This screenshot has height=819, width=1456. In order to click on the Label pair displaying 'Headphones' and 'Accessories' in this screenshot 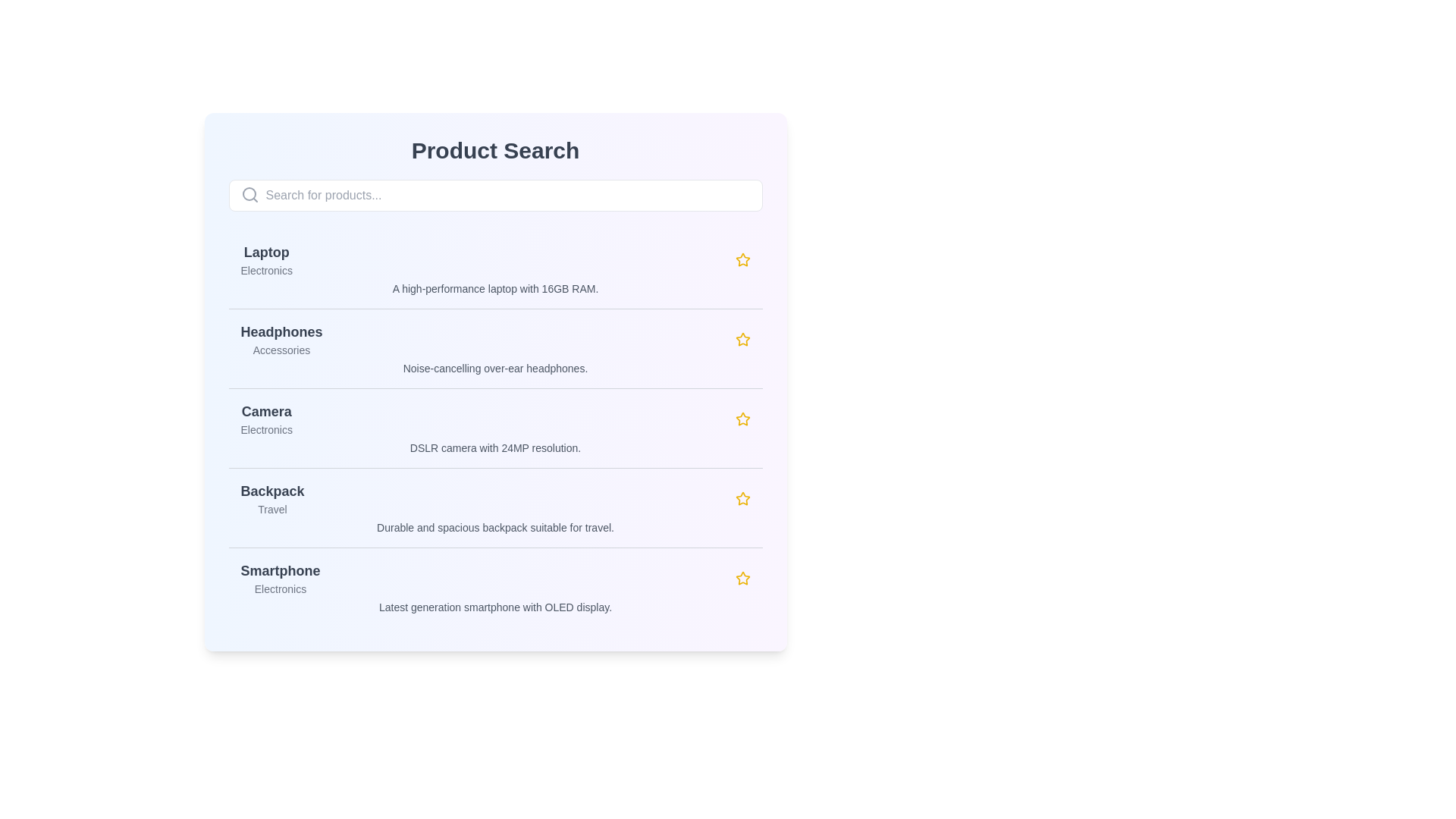, I will do `click(281, 338)`.